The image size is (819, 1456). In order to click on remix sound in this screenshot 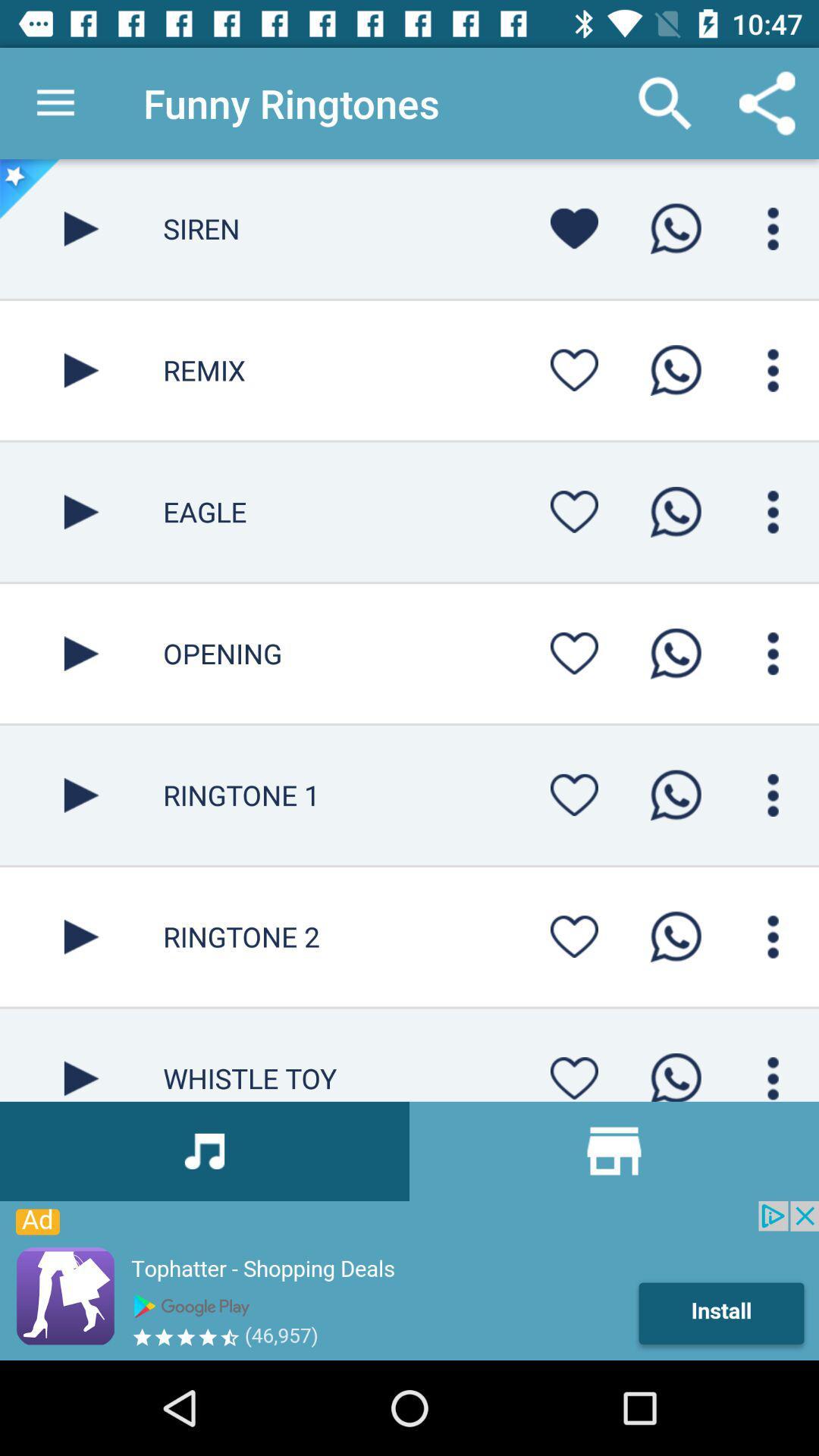, I will do `click(81, 370)`.